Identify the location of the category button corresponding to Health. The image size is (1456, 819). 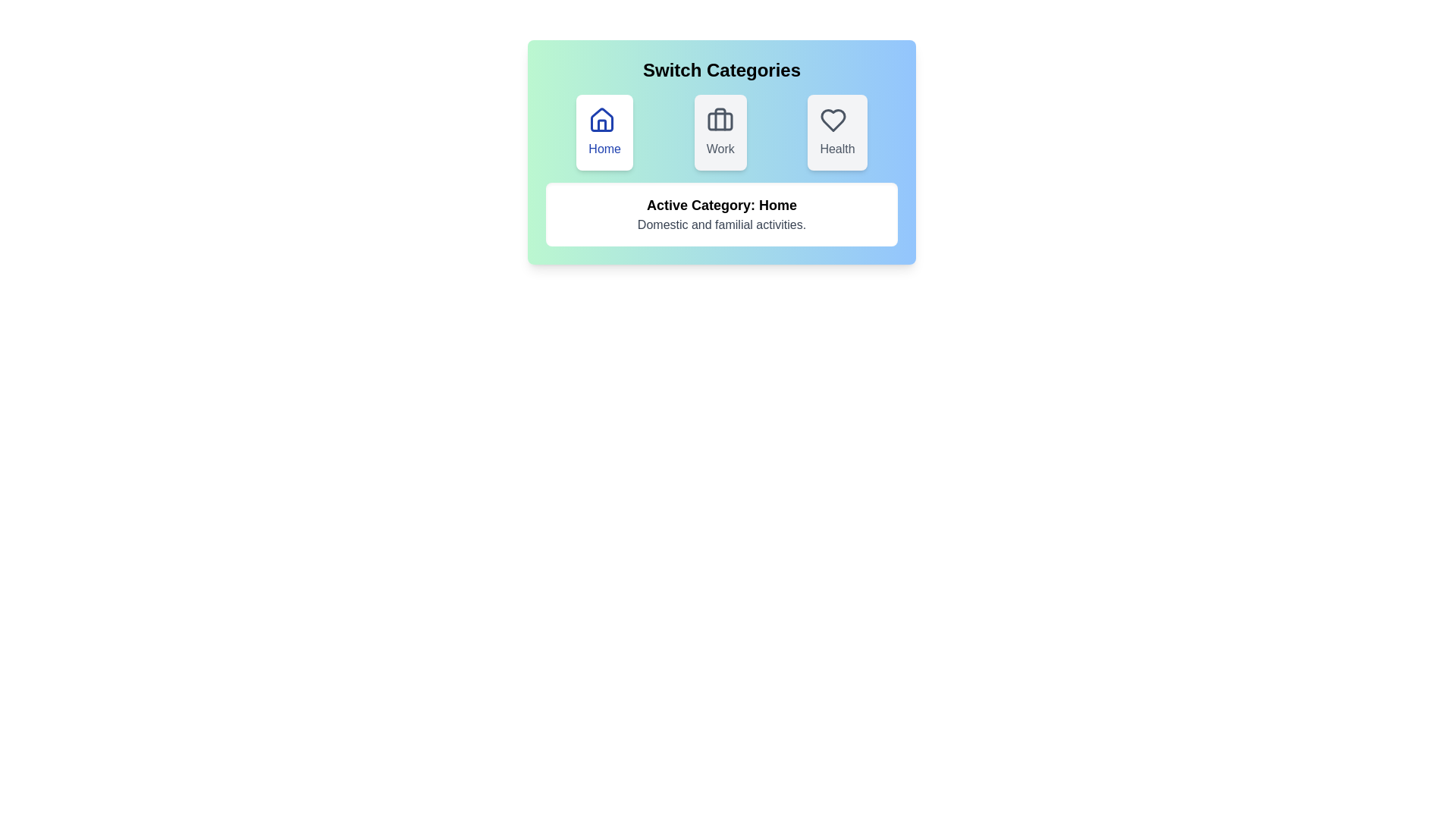
(836, 131).